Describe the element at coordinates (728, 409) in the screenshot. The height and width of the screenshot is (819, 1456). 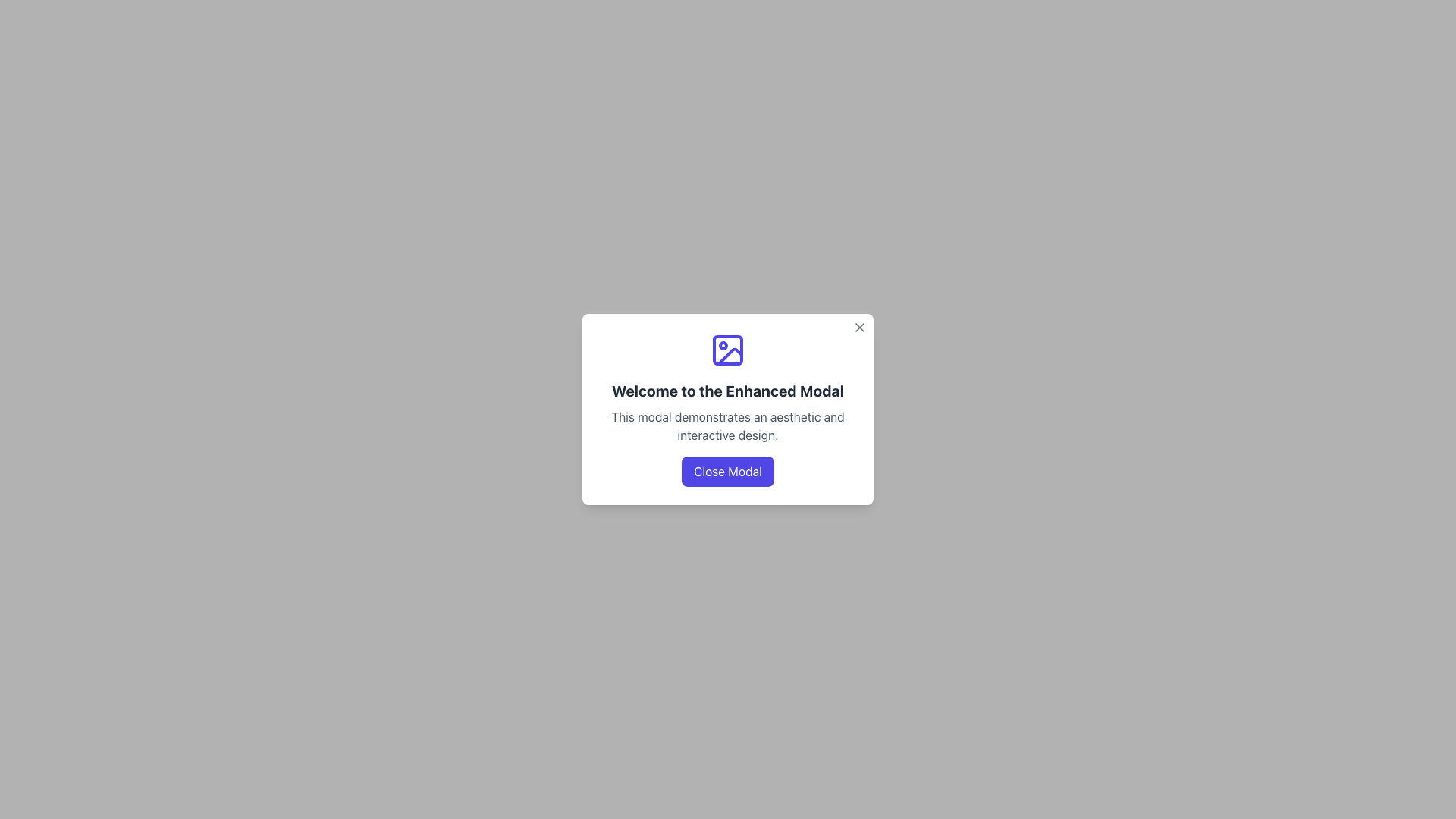
I see `text displayed in the Modal Content Section, which includes a welcoming message and a short description, located at the center of the modal dialog` at that location.